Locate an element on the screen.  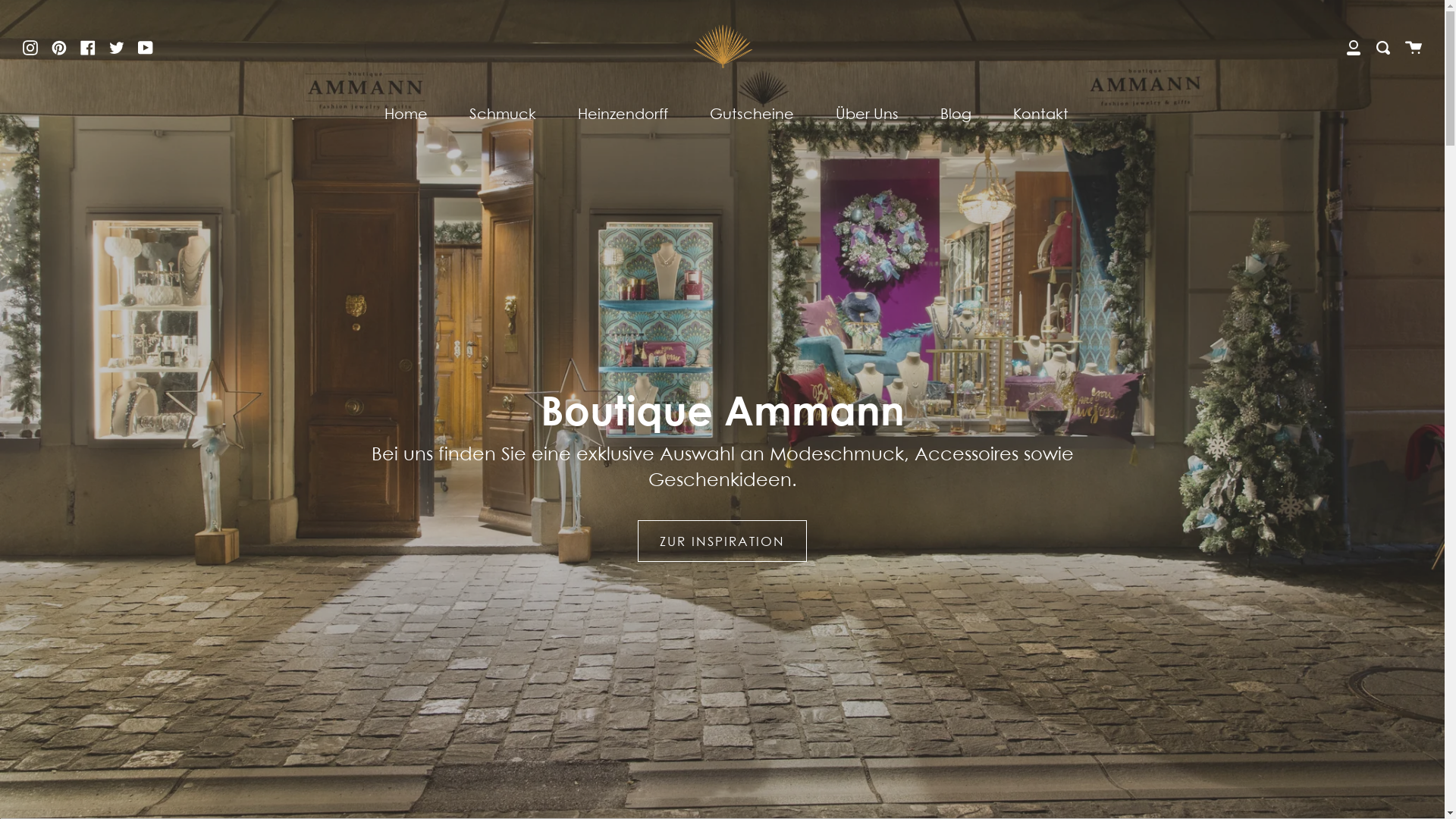
'Instagram' is located at coordinates (30, 45).